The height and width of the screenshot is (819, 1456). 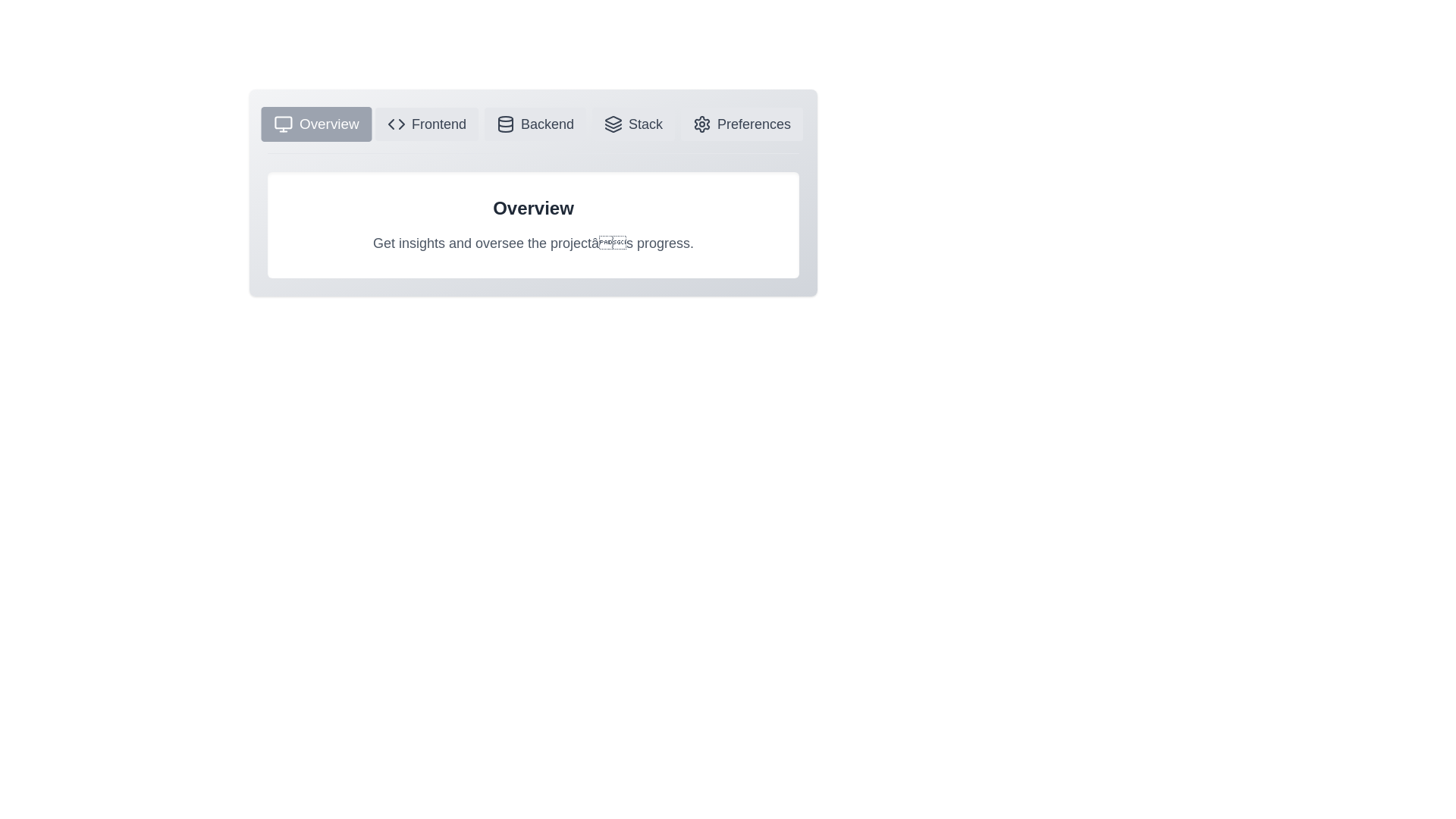 What do you see at coordinates (425, 124) in the screenshot?
I see `the icon of the Frontend tab` at bounding box center [425, 124].